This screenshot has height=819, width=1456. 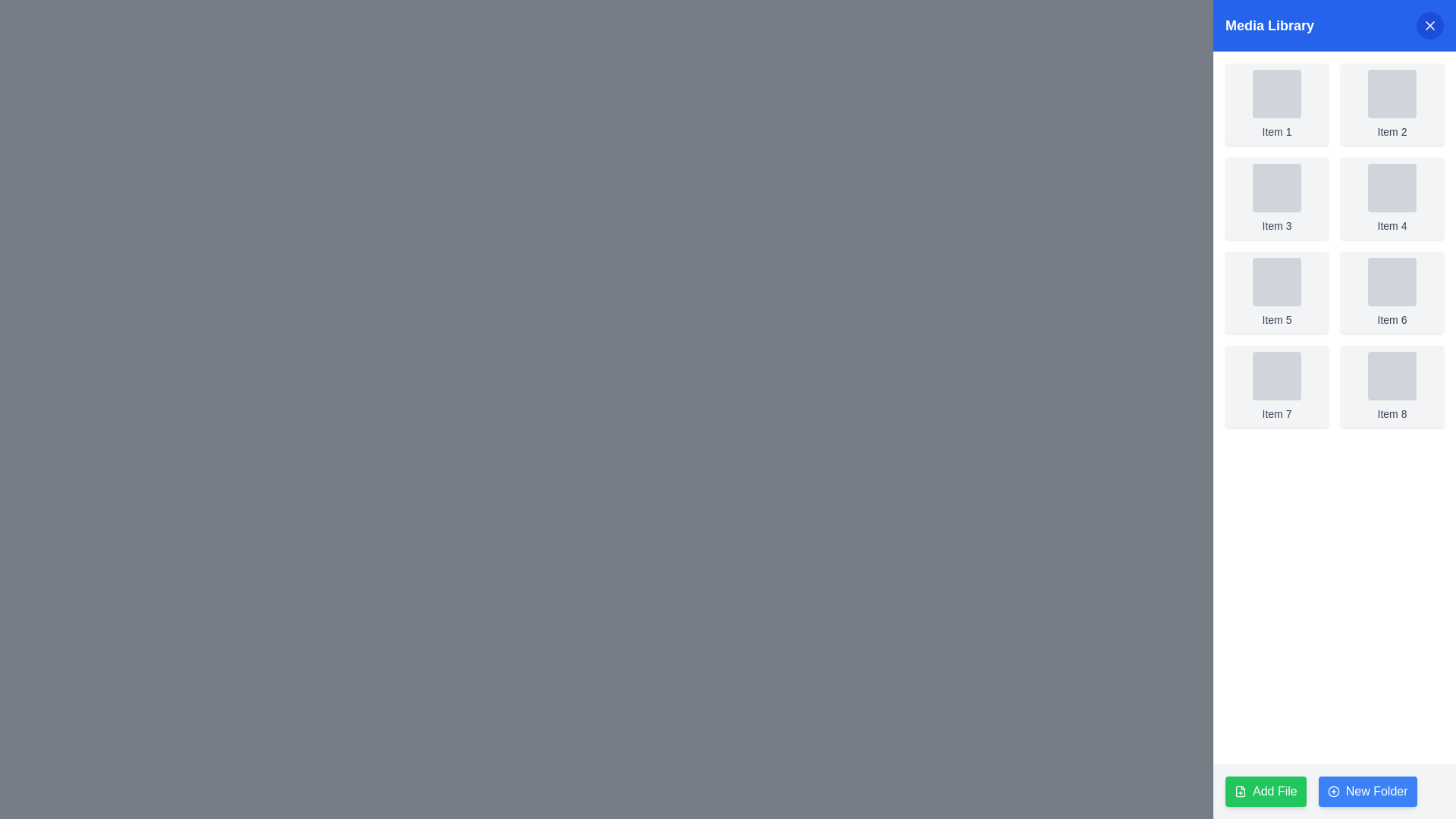 I want to click on the rectangular 'New Folder' button with a blue background and white text, so click(x=1367, y=791).